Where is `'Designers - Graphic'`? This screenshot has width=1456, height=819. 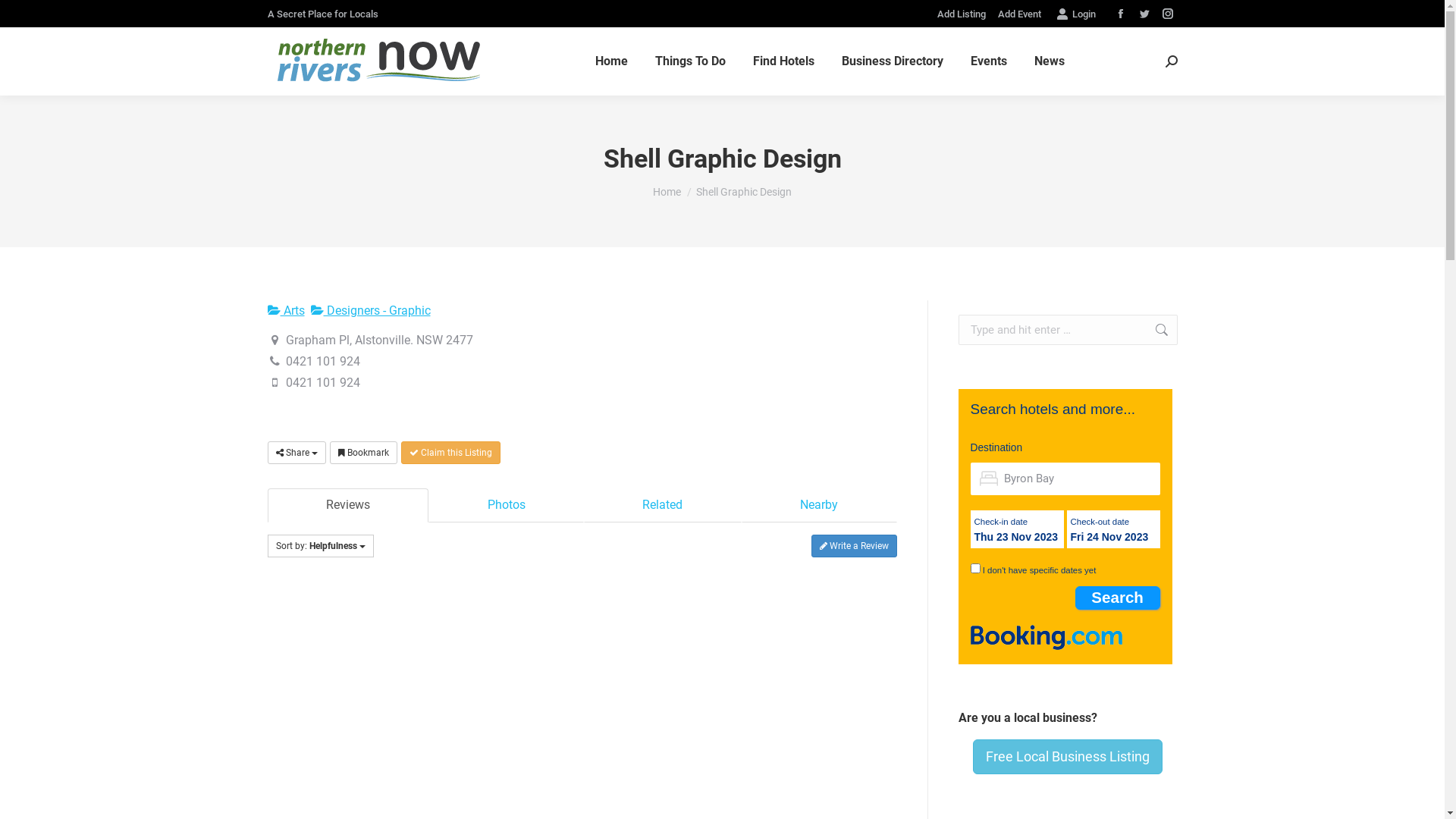 'Designers - Graphic' is located at coordinates (309, 309).